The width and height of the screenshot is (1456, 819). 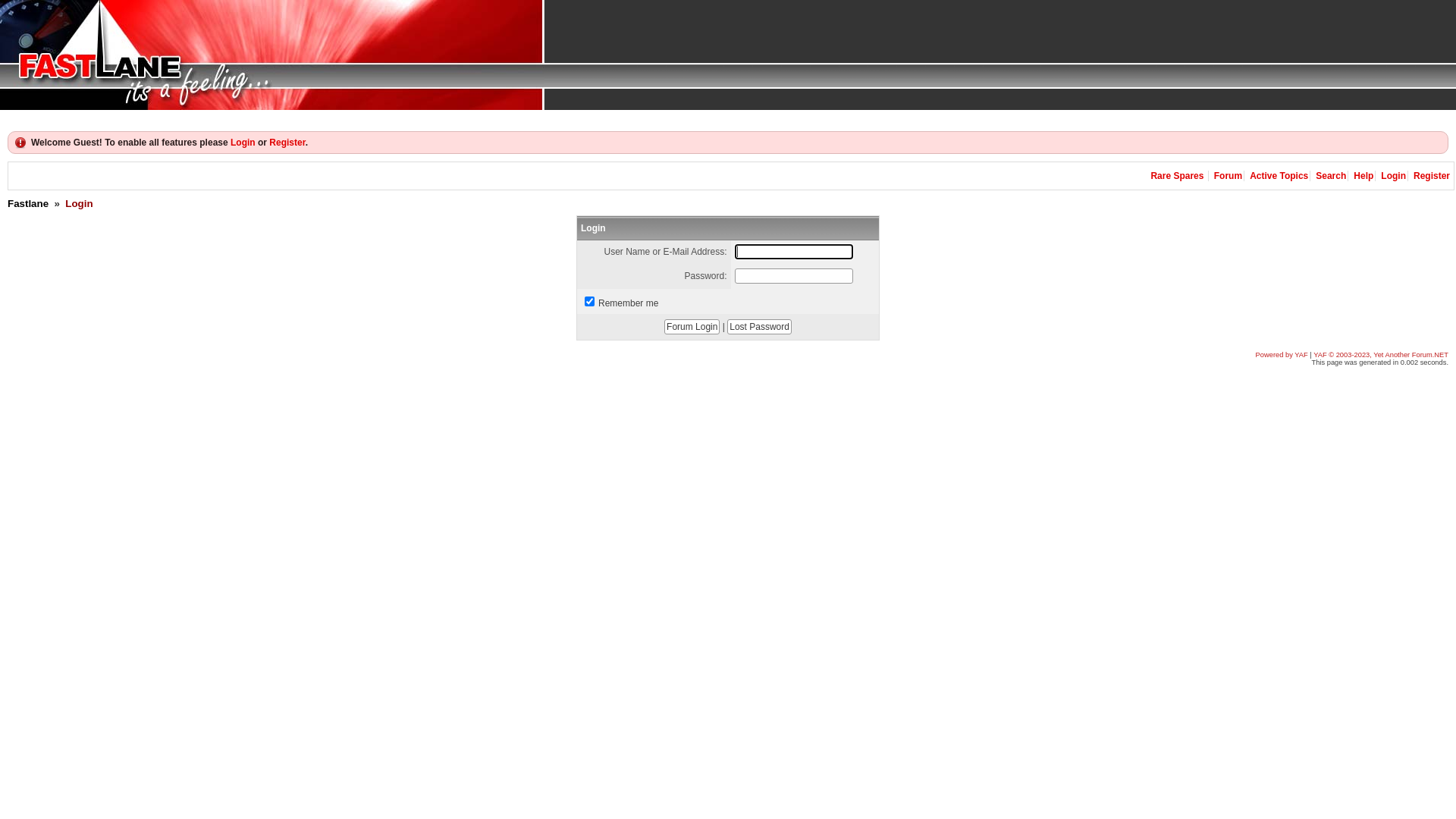 I want to click on 'Search', so click(x=1330, y=174).